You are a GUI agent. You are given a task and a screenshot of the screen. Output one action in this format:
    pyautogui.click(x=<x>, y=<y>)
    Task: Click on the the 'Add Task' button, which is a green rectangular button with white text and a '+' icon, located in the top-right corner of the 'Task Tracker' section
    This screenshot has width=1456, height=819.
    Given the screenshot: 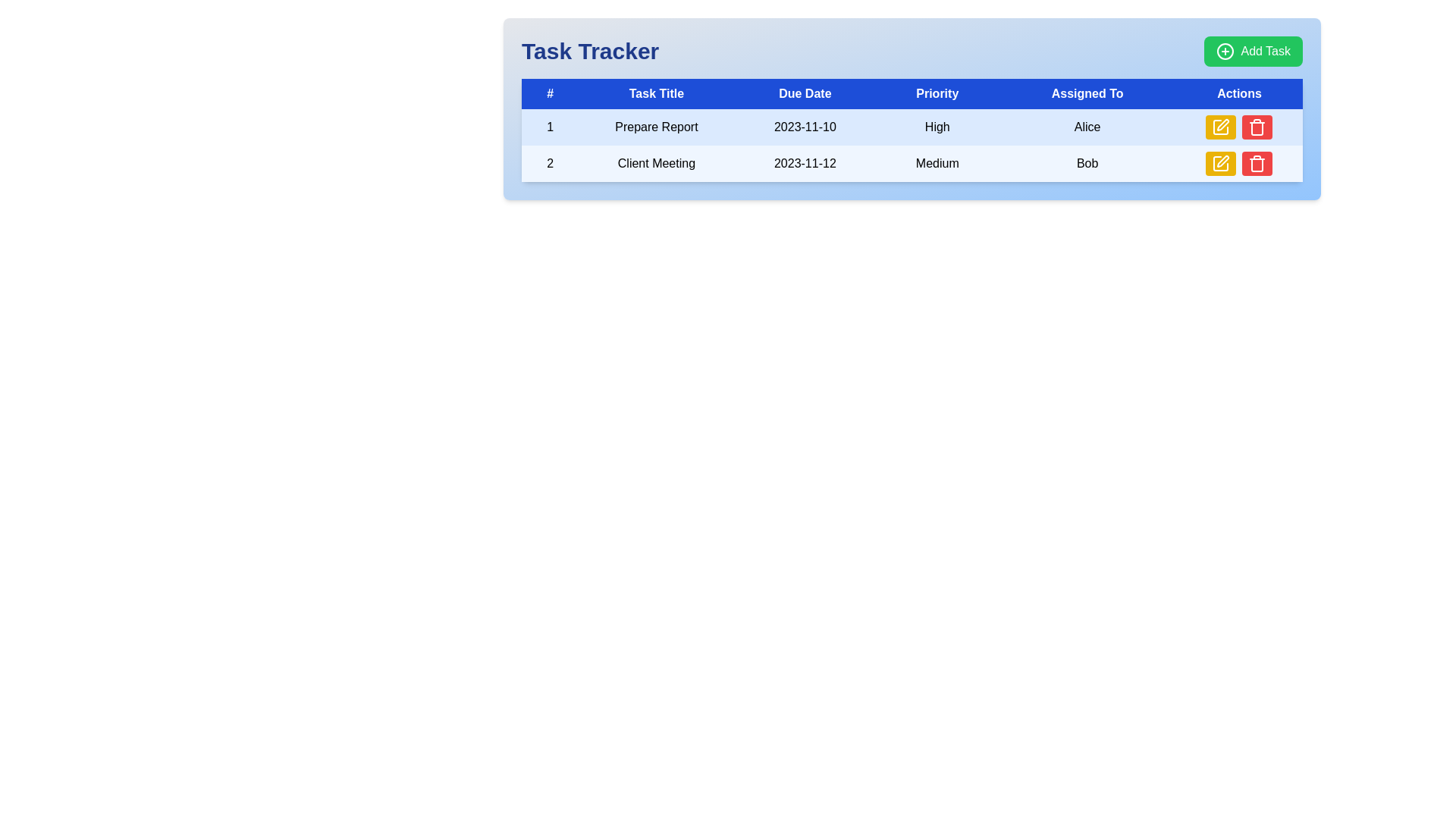 What is the action you would take?
    pyautogui.click(x=1254, y=51)
    